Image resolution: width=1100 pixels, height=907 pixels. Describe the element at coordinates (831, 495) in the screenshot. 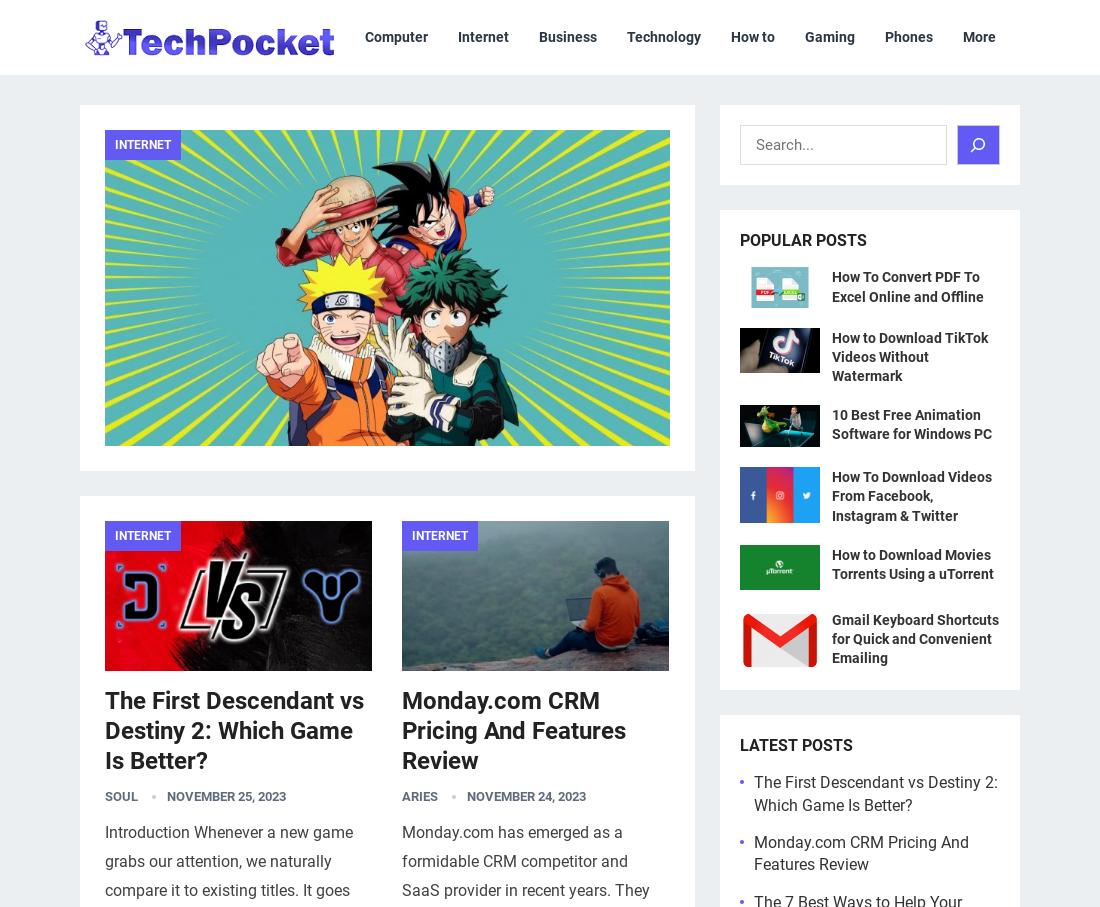

I see `'How To Download Videos From Facebook, Instagram & Twitter'` at that location.